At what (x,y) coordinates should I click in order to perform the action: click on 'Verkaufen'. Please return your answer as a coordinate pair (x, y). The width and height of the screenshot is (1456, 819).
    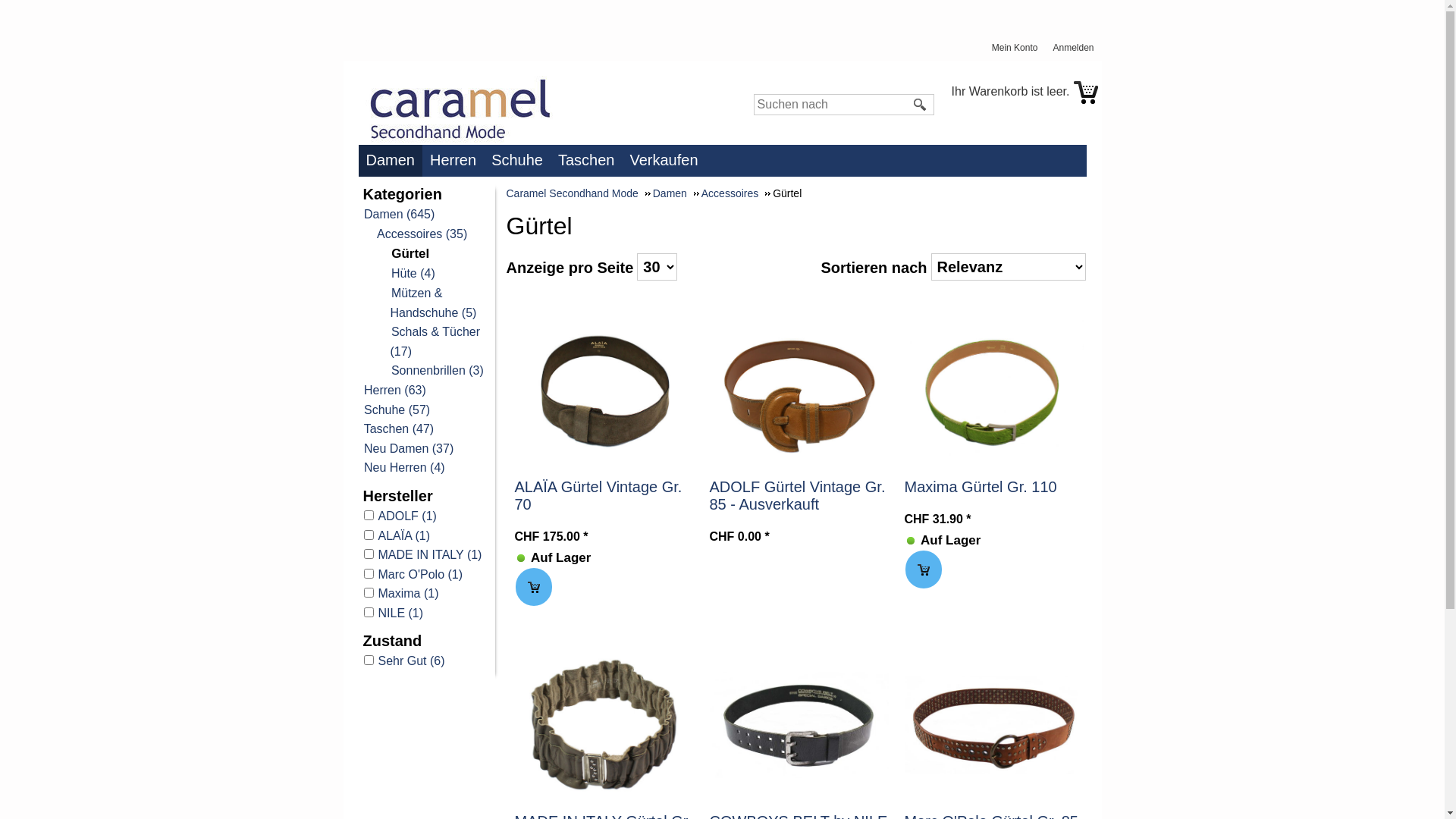
    Looking at the image, I should click on (667, 159).